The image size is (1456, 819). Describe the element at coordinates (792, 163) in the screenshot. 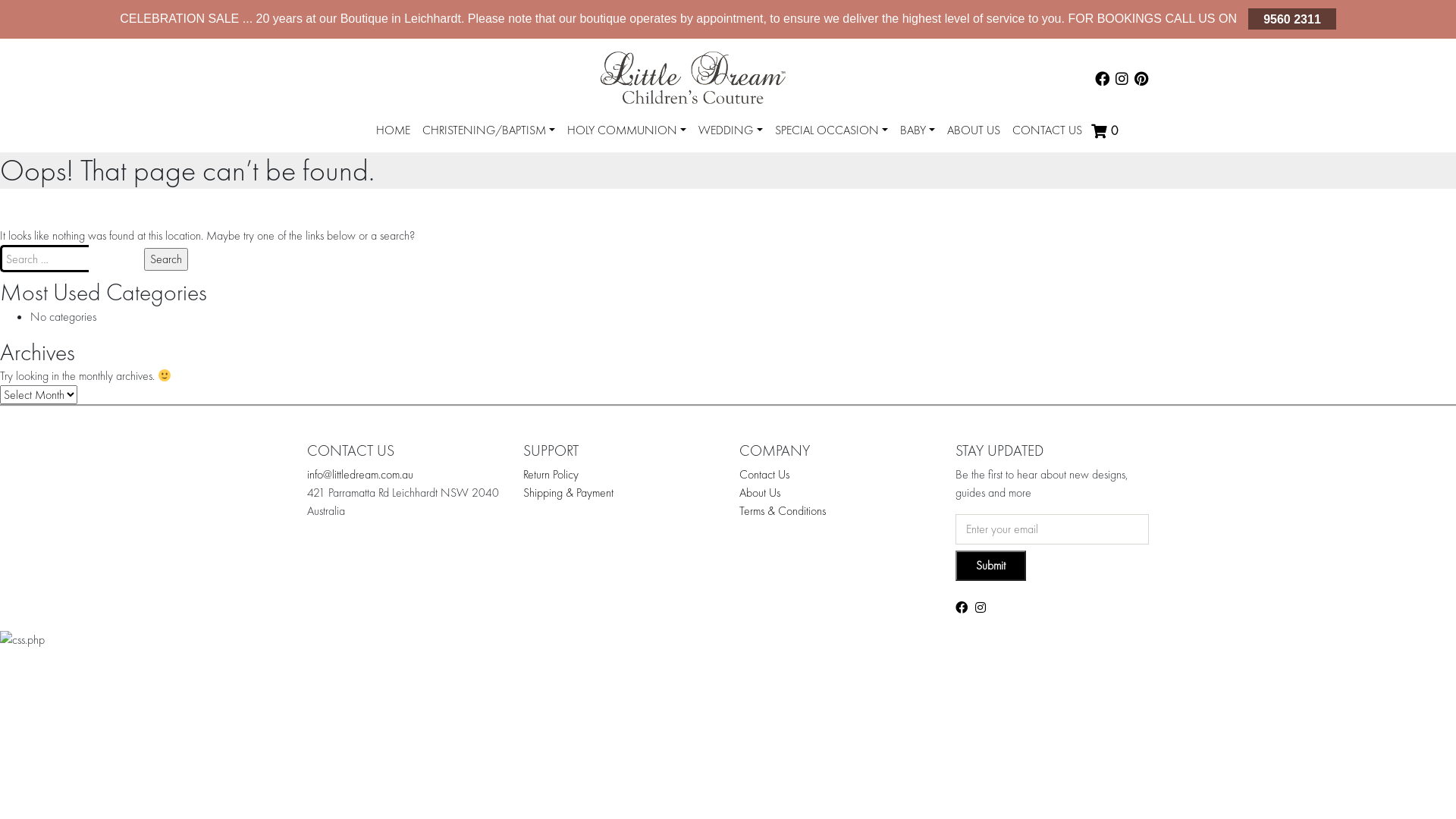

I see `'Special Occasion Girl Clothing'` at that location.